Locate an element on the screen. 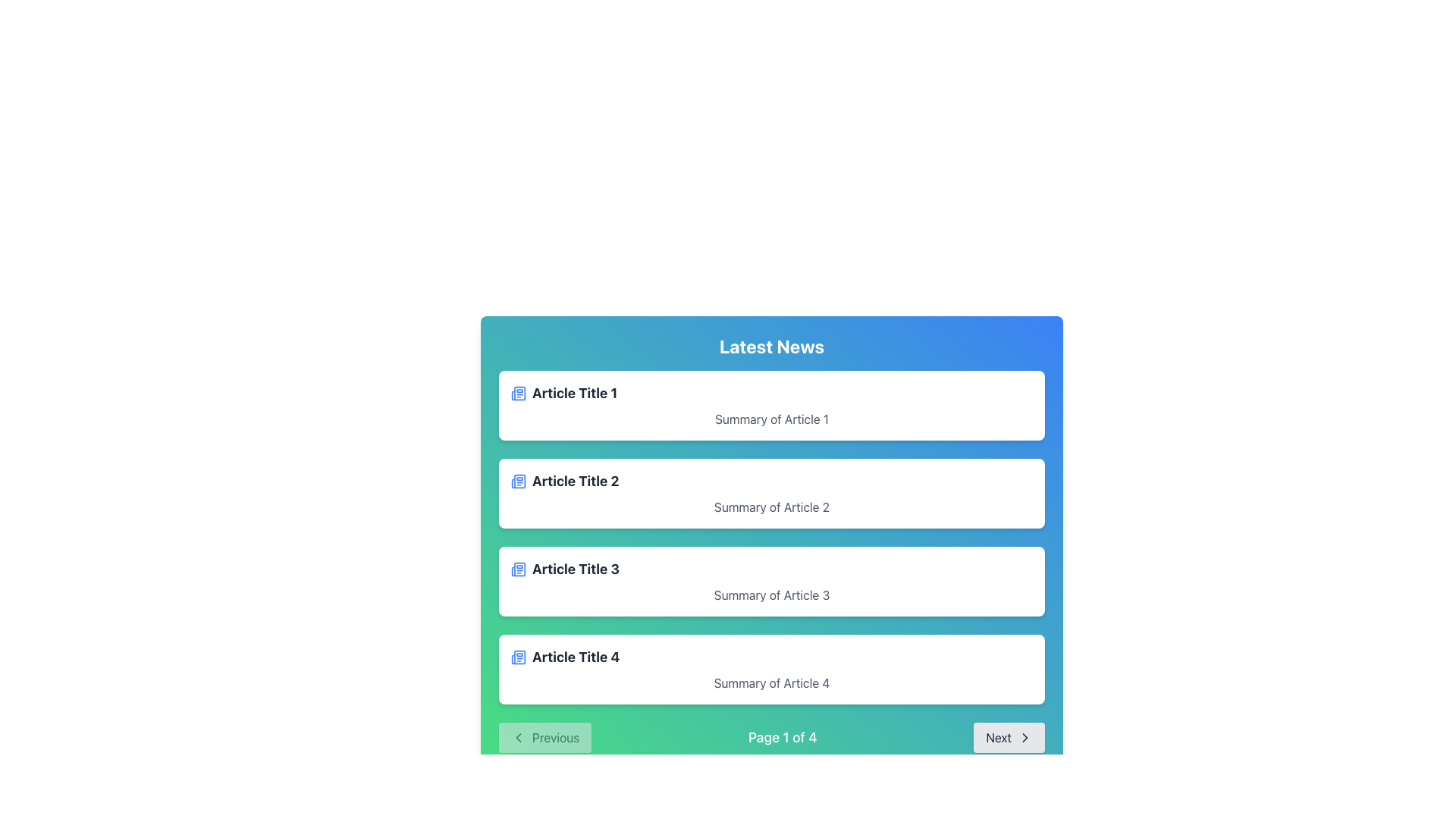 The image size is (1456, 819). the text label representing the title of the article located in the fourth card of the vertical list of article cards is located at coordinates (575, 657).